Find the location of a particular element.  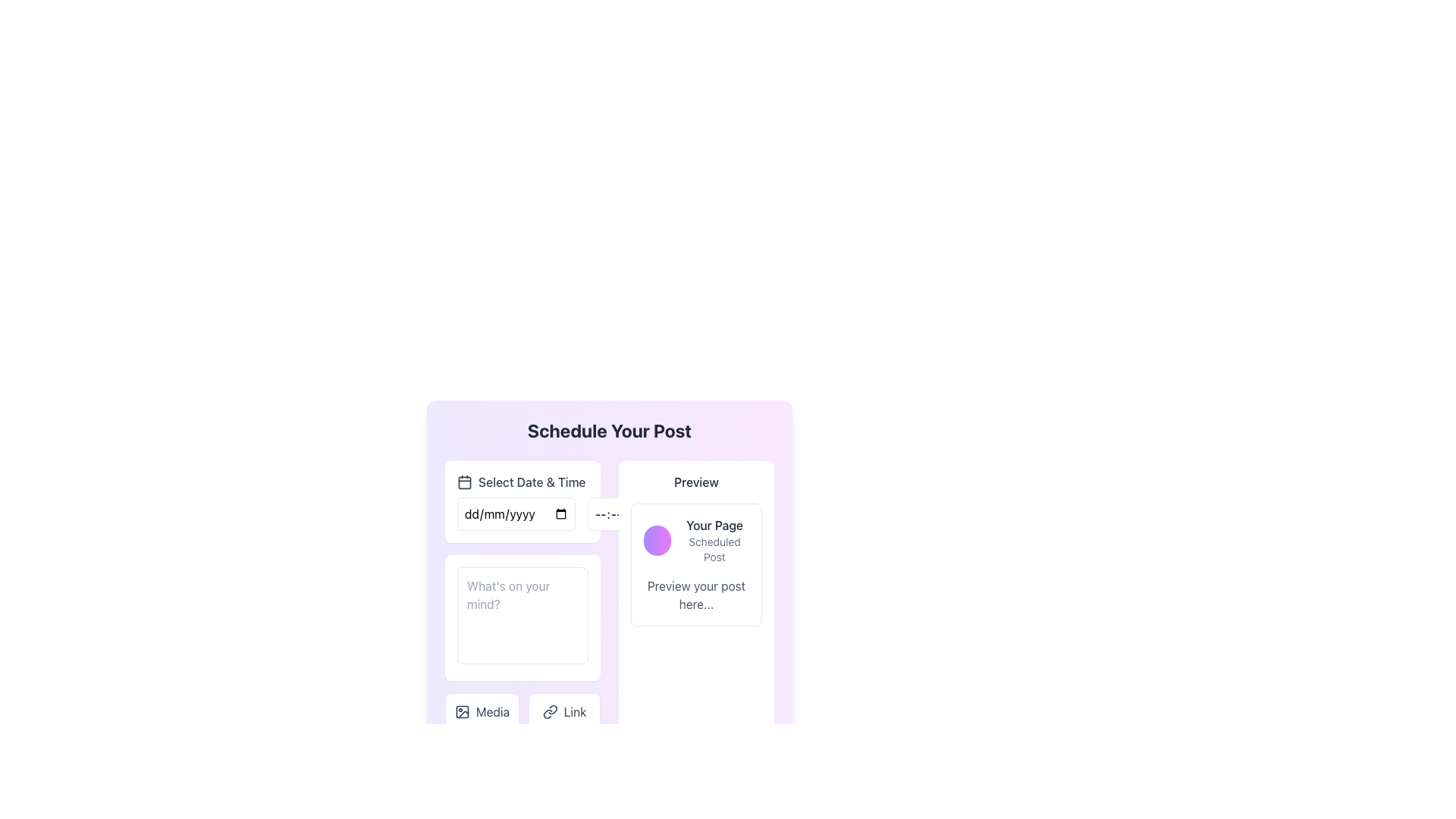

the topmost graphical icon component, which is a rectangle with slightly rounded corners, positioned towards the center-bottom of the preview interface is located at coordinates (461, 711).